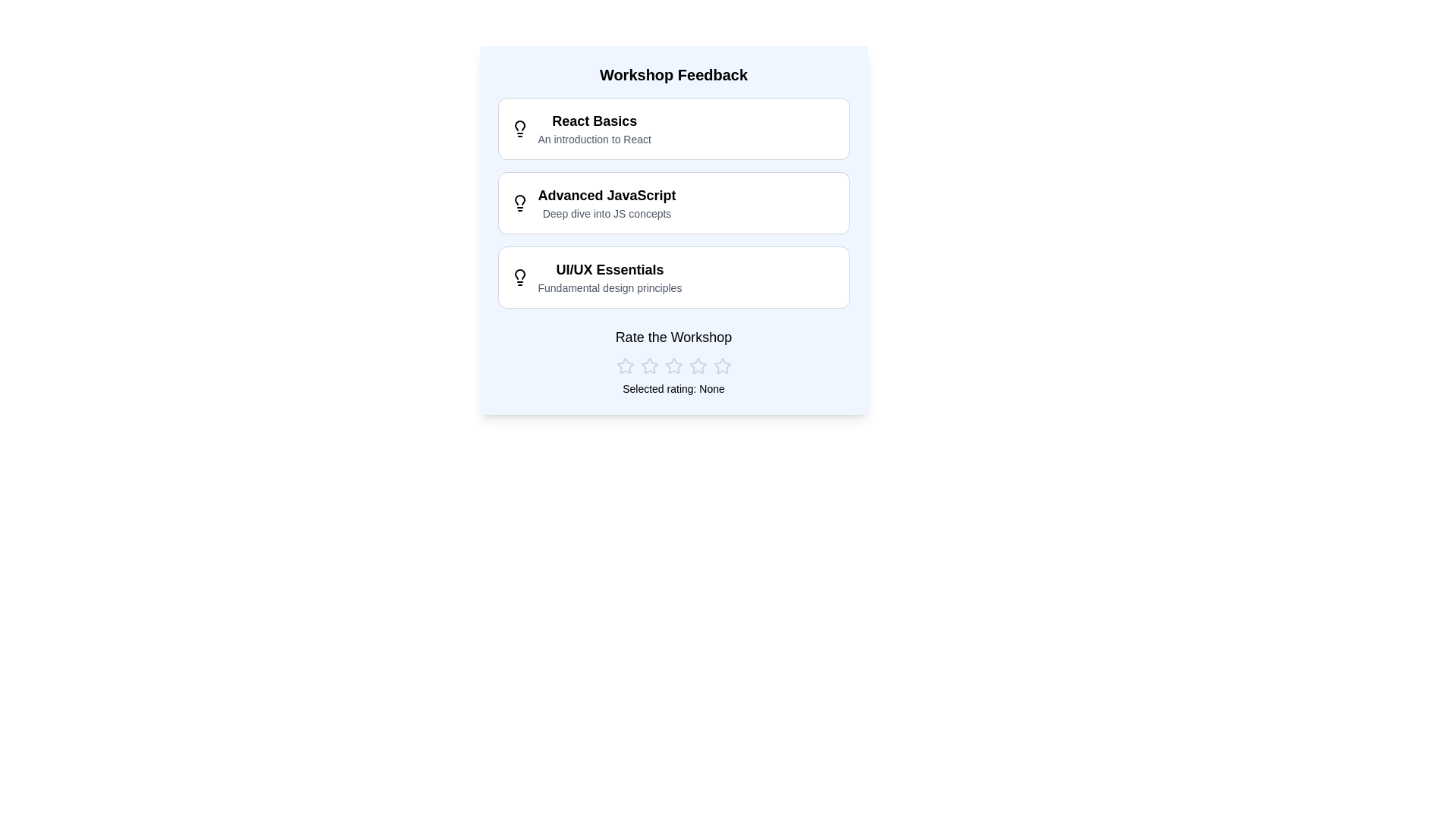  What do you see at coordinates (673, 202) in the screenshot?
I see `the specific card title or description within the group of information cards for workshop feedback, located centrally below the title 'Workshop Feedback.'` at bounding box center [673, 202].